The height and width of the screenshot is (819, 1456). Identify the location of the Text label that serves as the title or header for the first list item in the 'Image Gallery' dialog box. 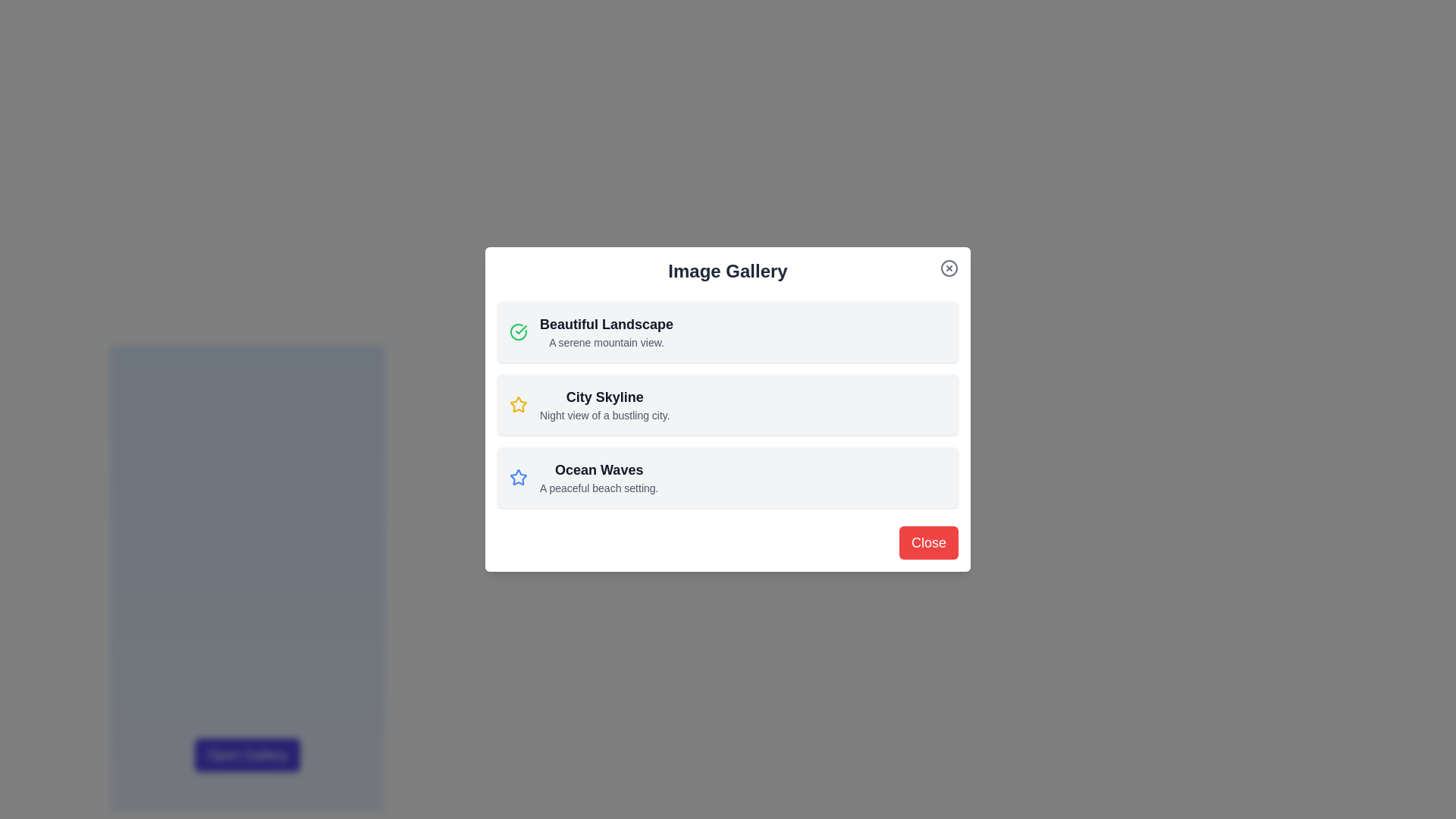
(607, 324).